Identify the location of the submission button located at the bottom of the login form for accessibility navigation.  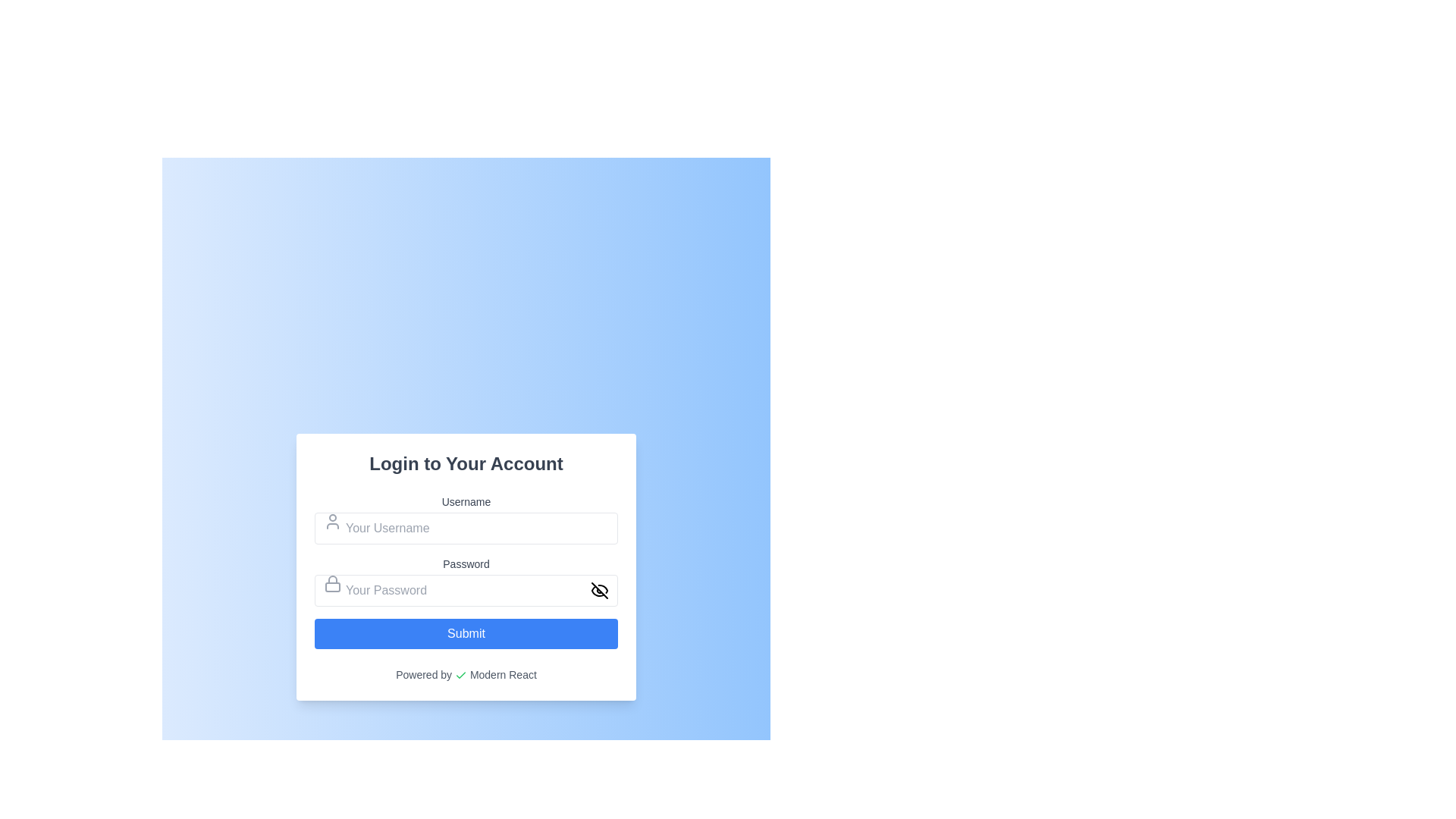
(465, 634).